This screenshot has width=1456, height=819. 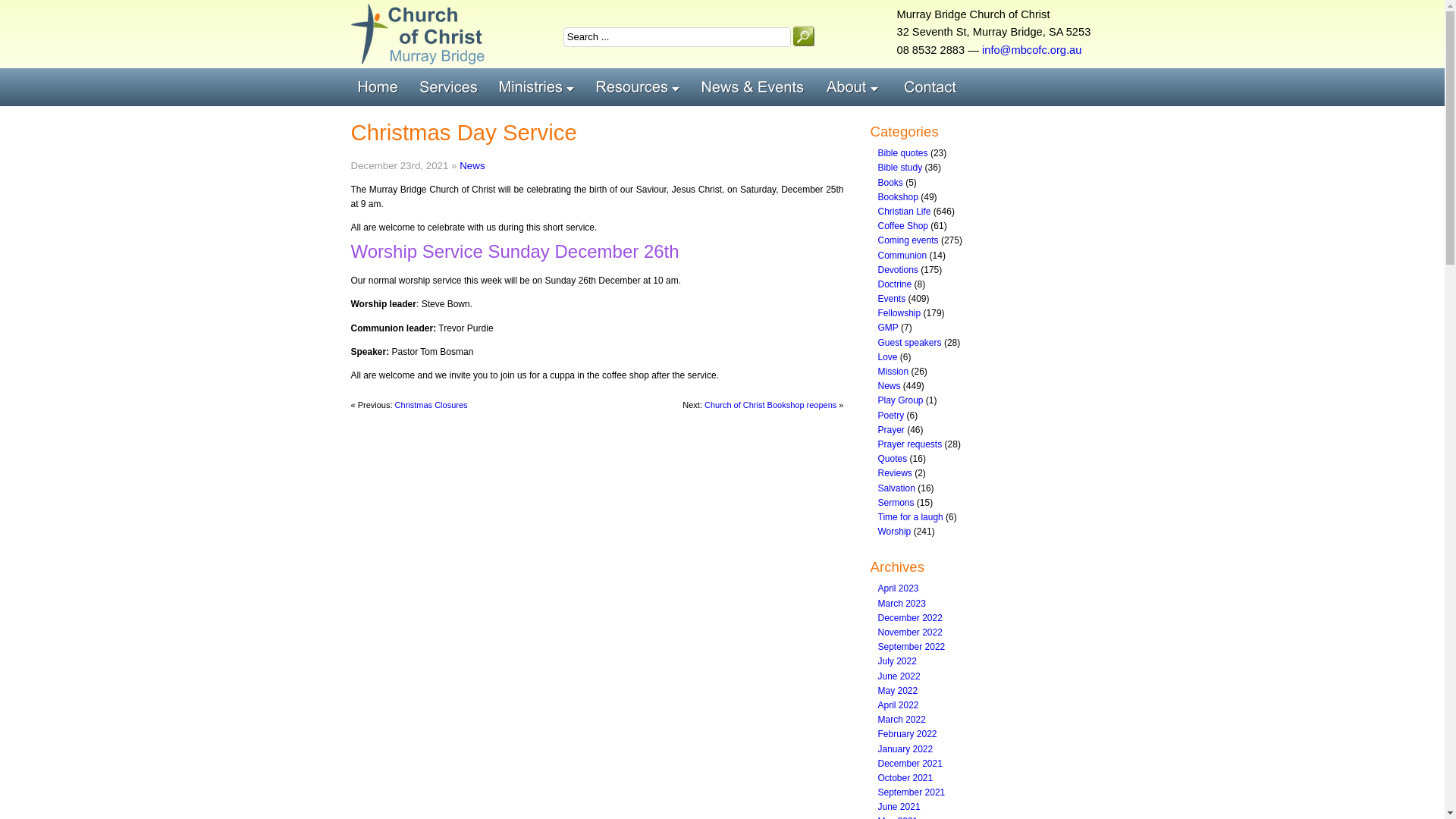 I want to click on 'June 2022', so click(x=899, y=675).